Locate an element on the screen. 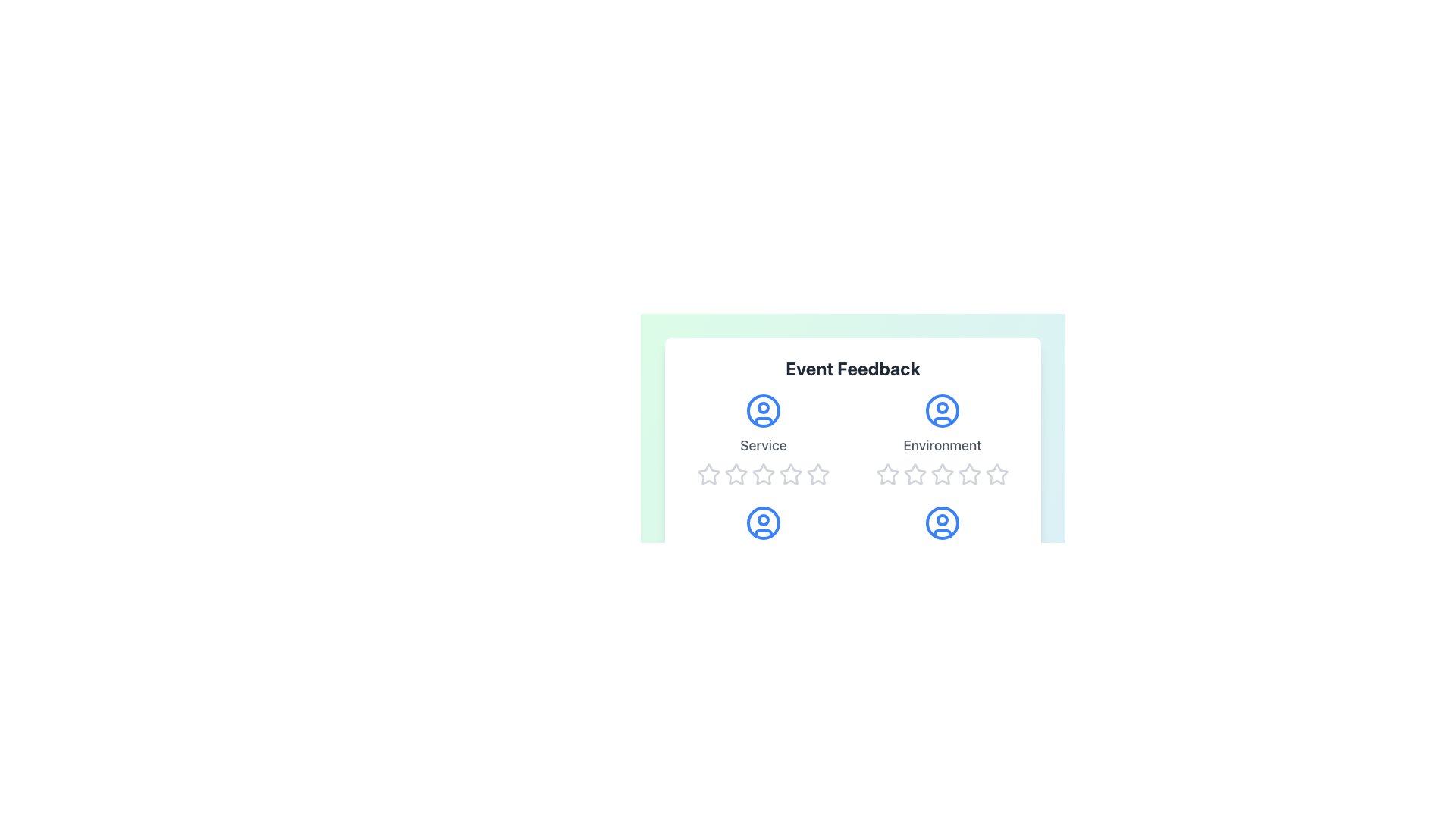 Image resolution: width=1456 pixels, height=819 pixels. the 'Environment' category icon, which is positioned above the rating stars in the right-hand column of the feedback interface is located at coordinates (942, 411).